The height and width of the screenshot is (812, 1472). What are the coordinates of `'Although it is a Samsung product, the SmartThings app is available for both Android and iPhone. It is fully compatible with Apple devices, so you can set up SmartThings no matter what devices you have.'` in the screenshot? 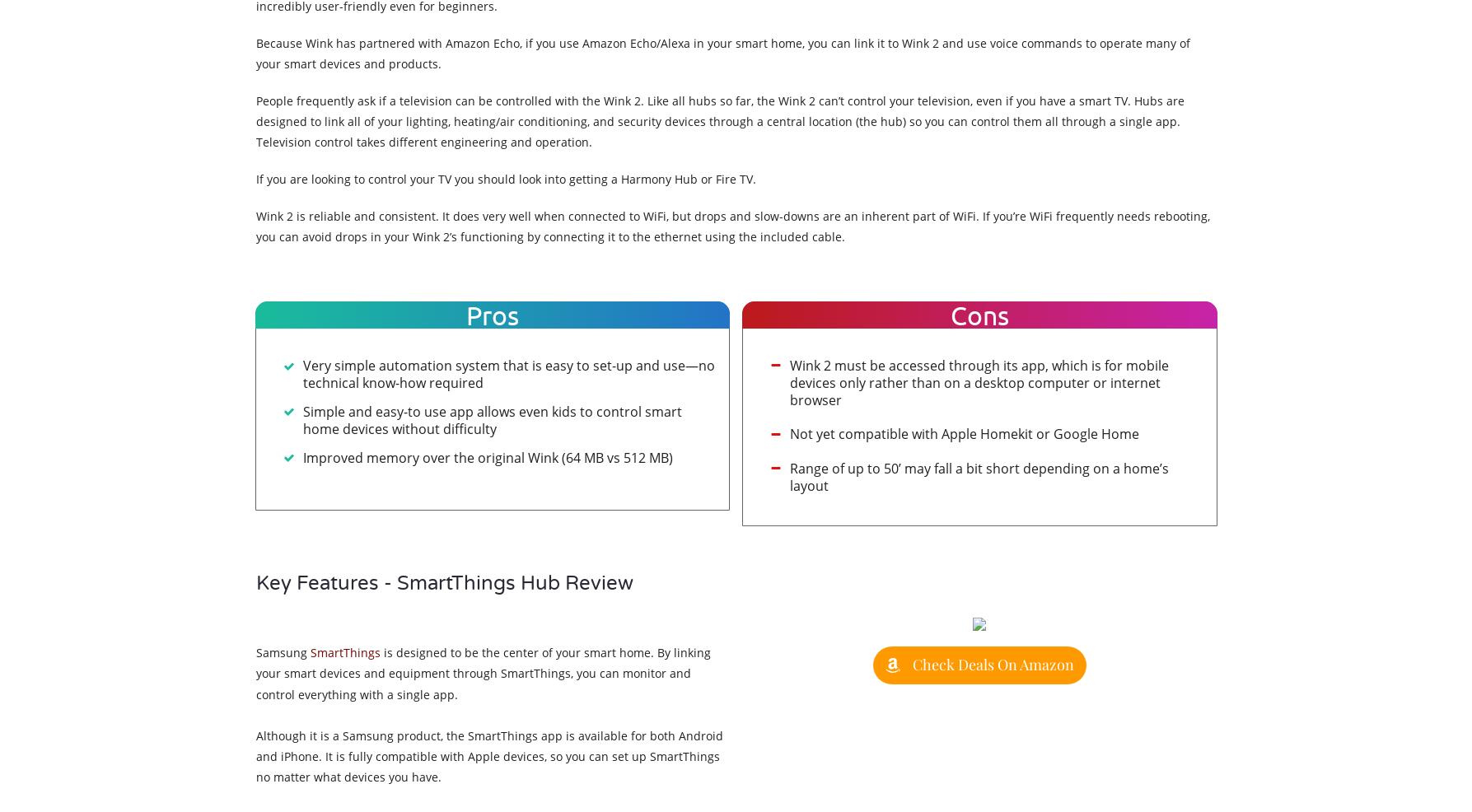 It's located at (488, 755).